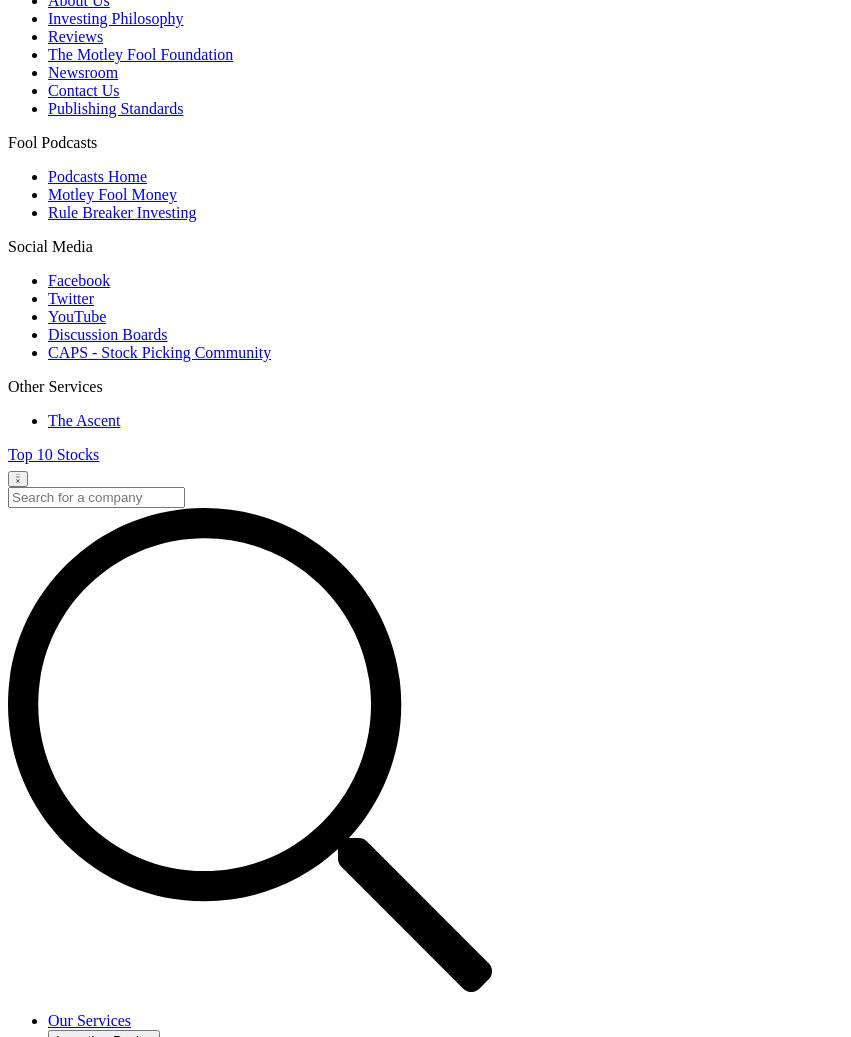 This screenshot has width=851, height=1037. What do you see at coordinates (70, 297) in the screenshot?
I see `'Twitter'` at bounding box center [70, 297].